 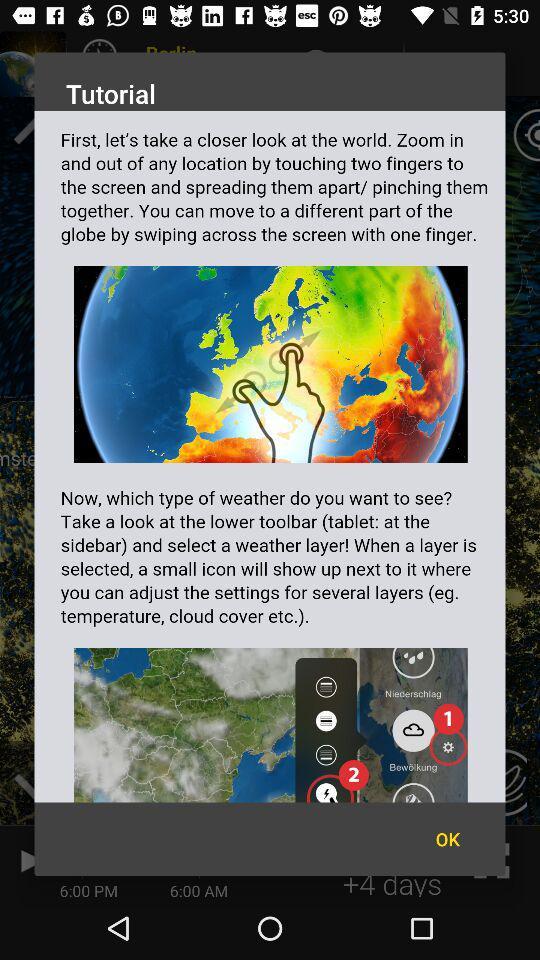 I want to click on the play icon, so click(x=28, y=859).